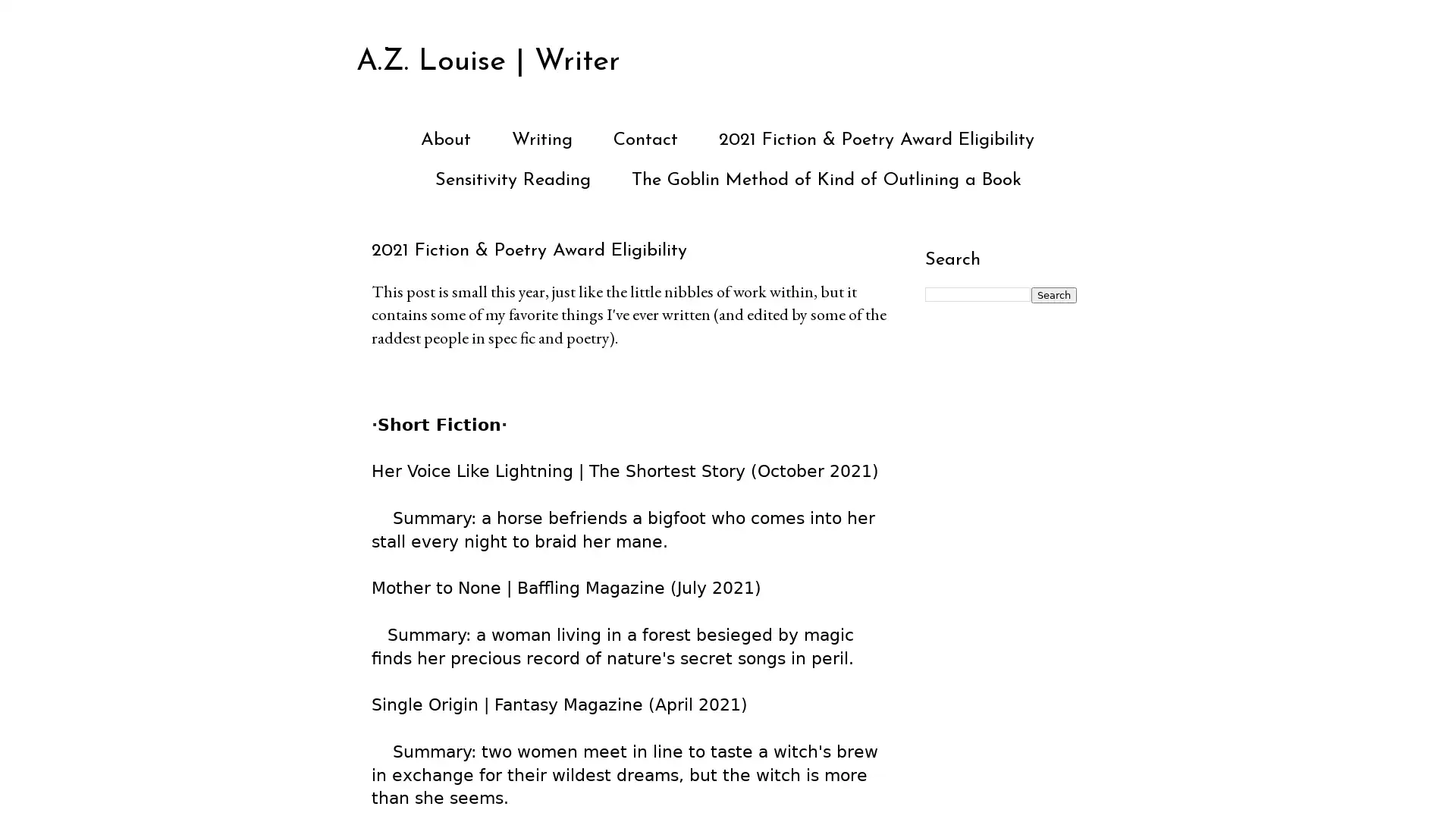  I want to click on Search, so click(1053, 294).